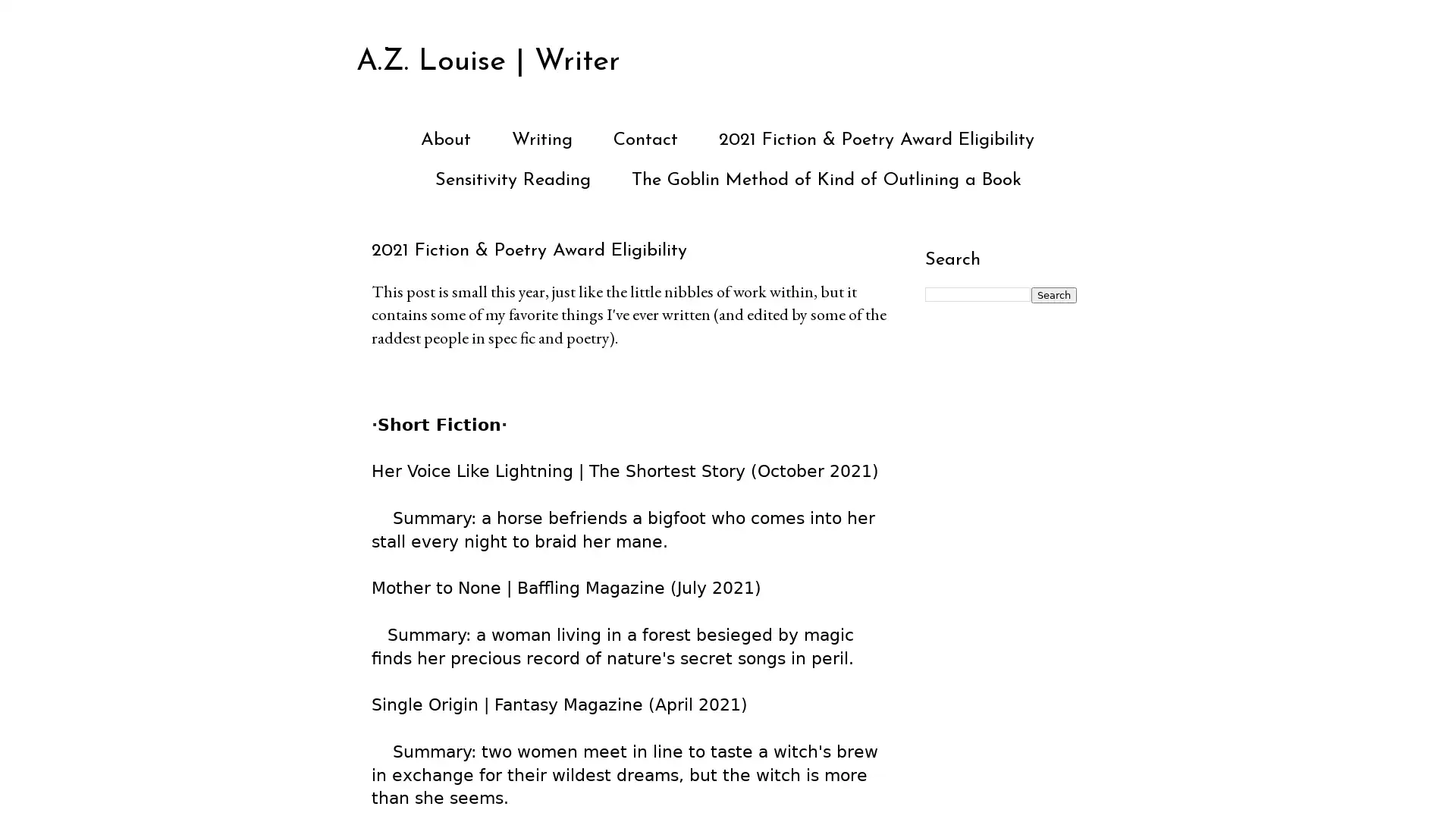  I want to click on Search, so click(1053, 294).